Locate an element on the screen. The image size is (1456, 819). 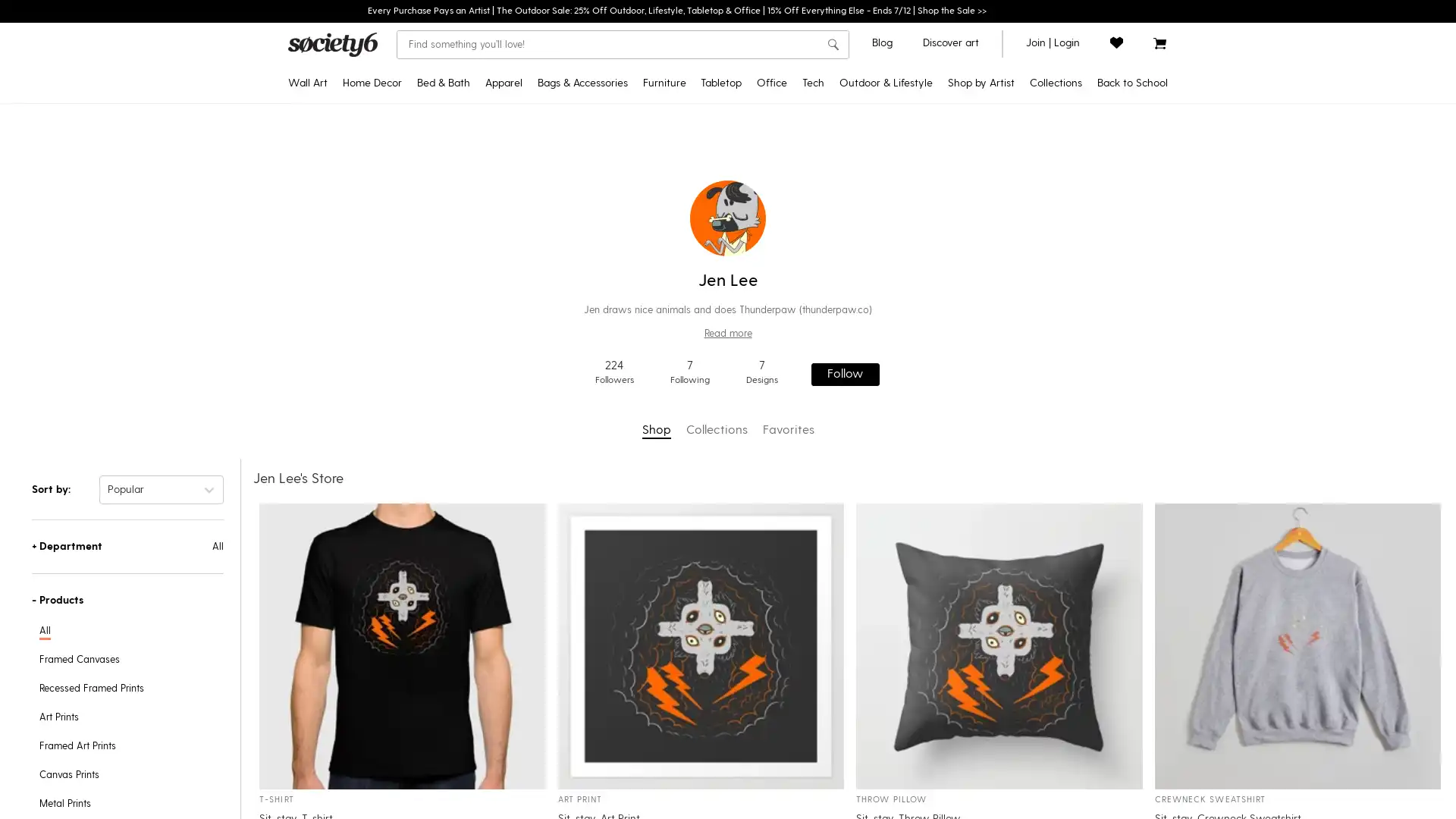
All Collections is located at coordinates (999, 415).